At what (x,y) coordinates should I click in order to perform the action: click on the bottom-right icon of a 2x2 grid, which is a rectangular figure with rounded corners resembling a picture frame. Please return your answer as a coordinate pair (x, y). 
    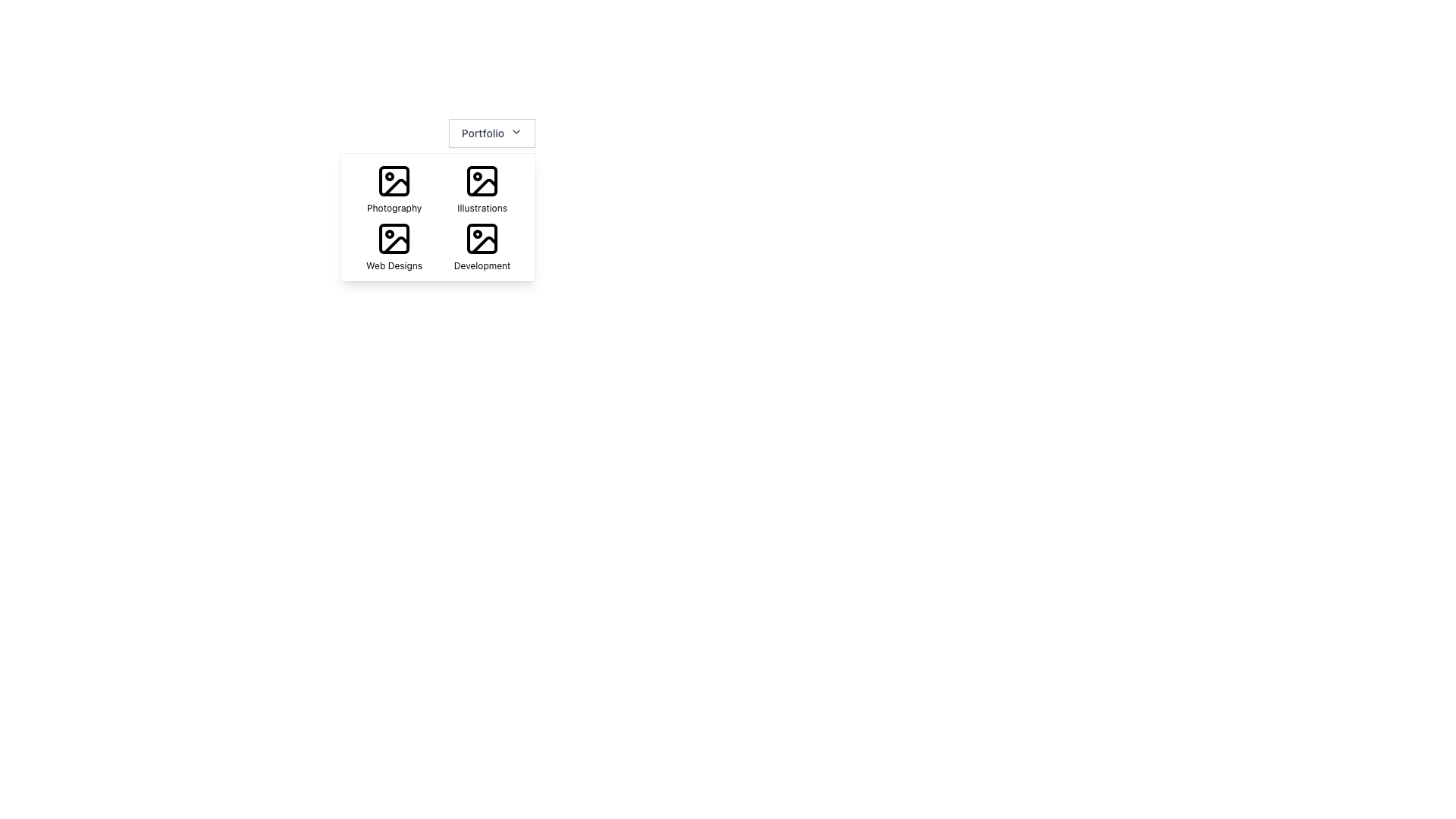
    Looking at the image, I should click on (482, 239).